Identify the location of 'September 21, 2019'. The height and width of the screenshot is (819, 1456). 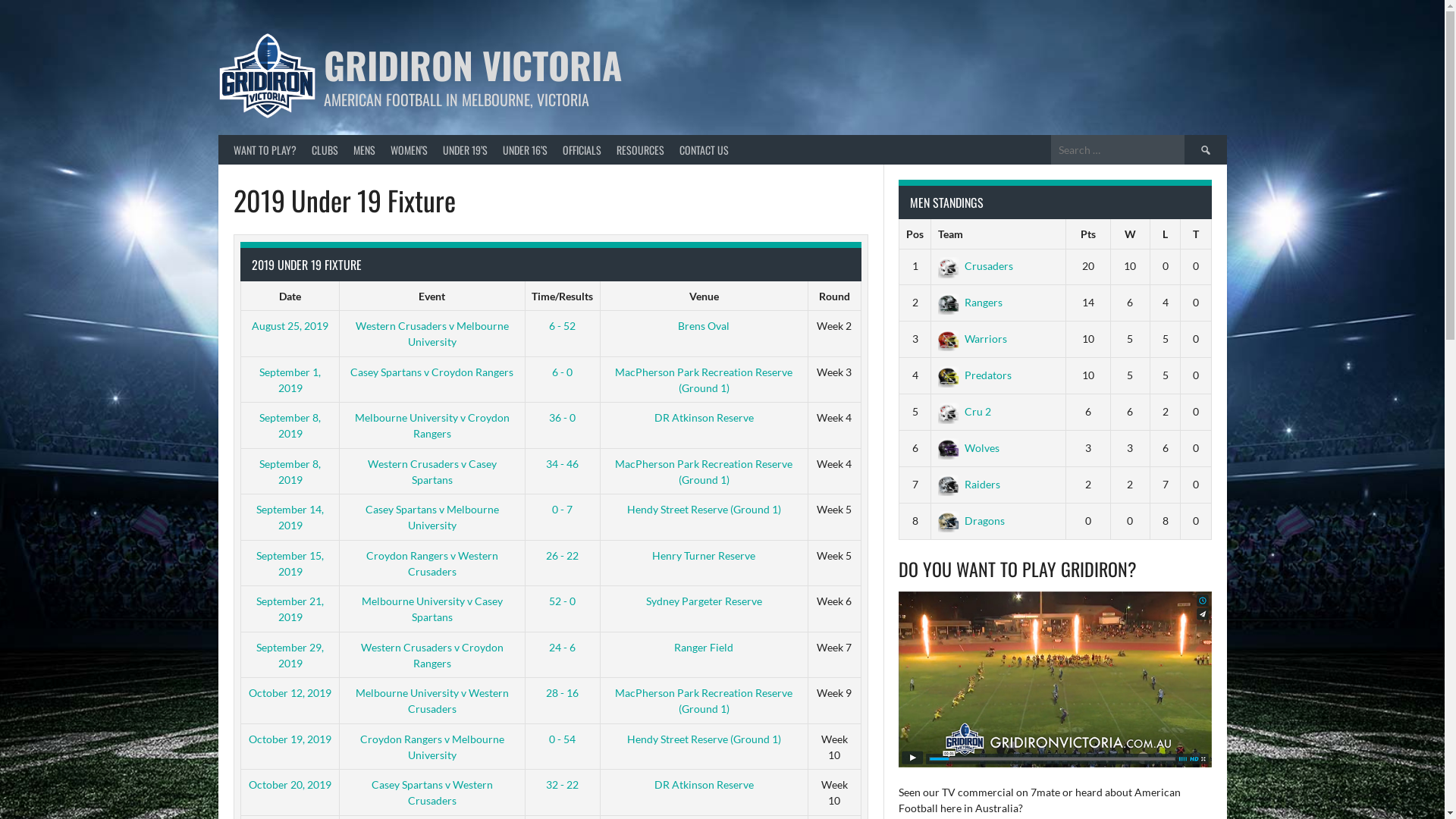
(256, 607).